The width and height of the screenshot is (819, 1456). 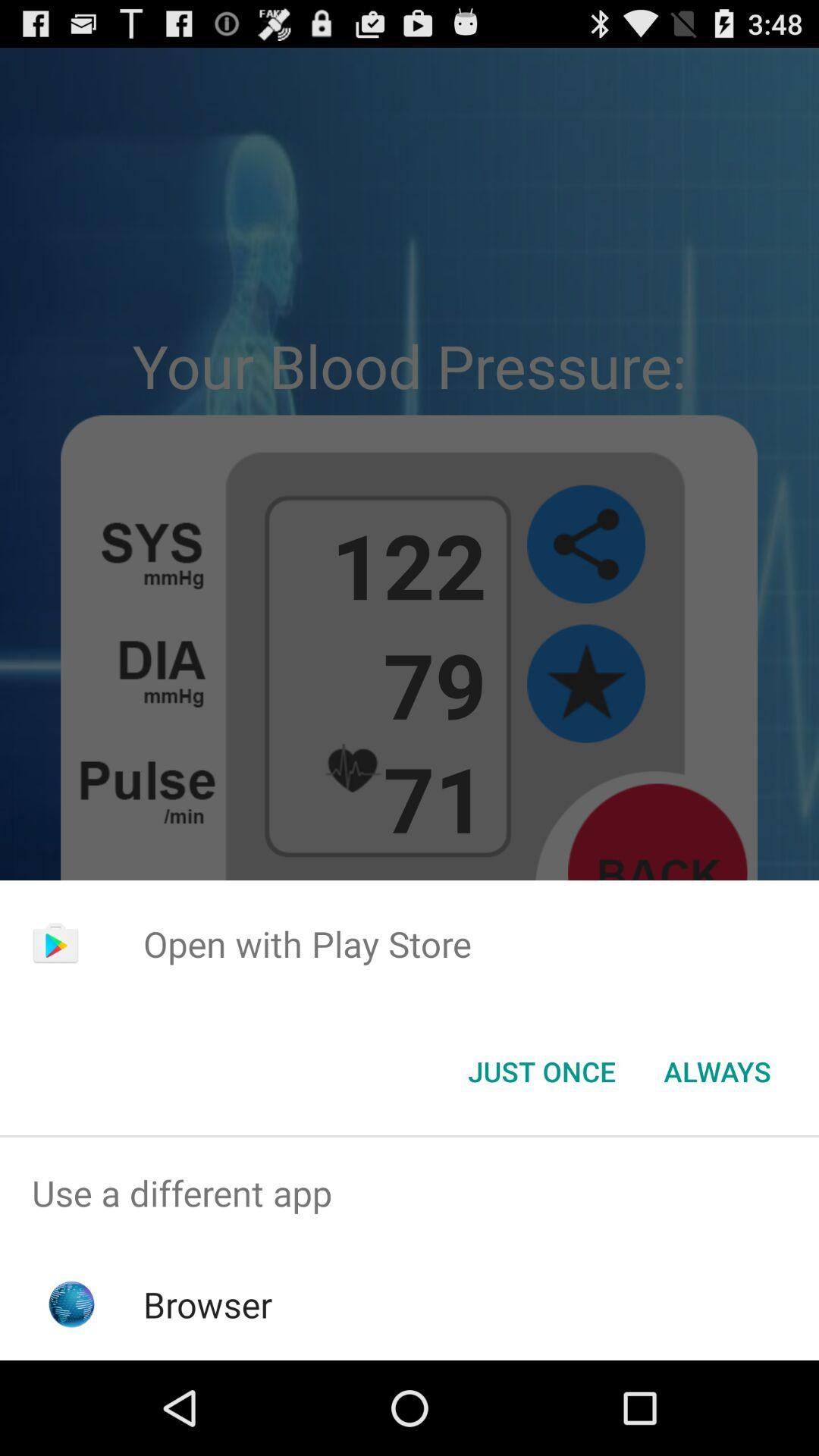 What do you see at coordinates (541, 1070) in the screenshot?
I see `the icon below the open with play app` at bounding box center [541, 1070].